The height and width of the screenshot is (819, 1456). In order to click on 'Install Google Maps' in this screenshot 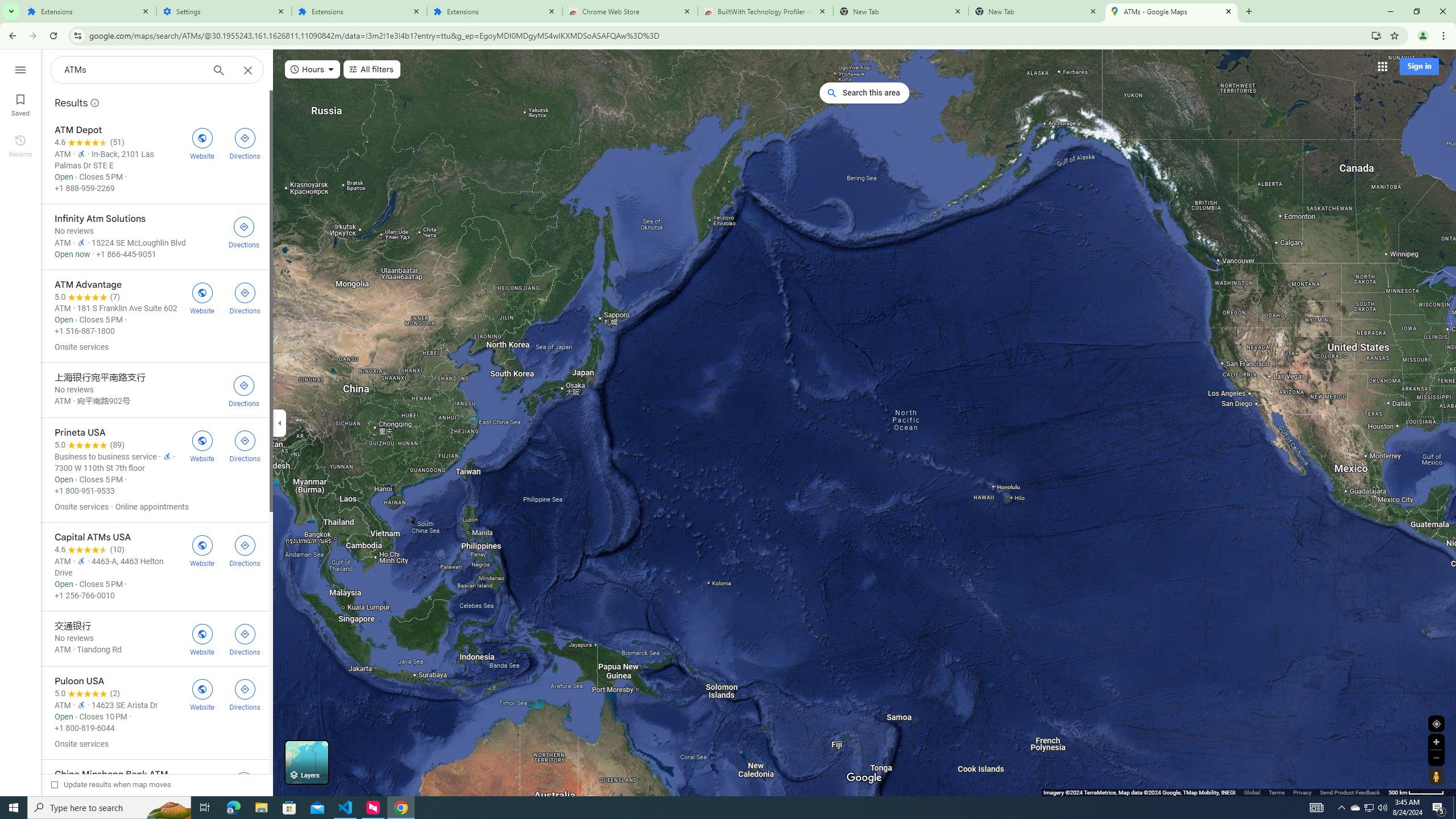, I will do `click(1376, 35)`.